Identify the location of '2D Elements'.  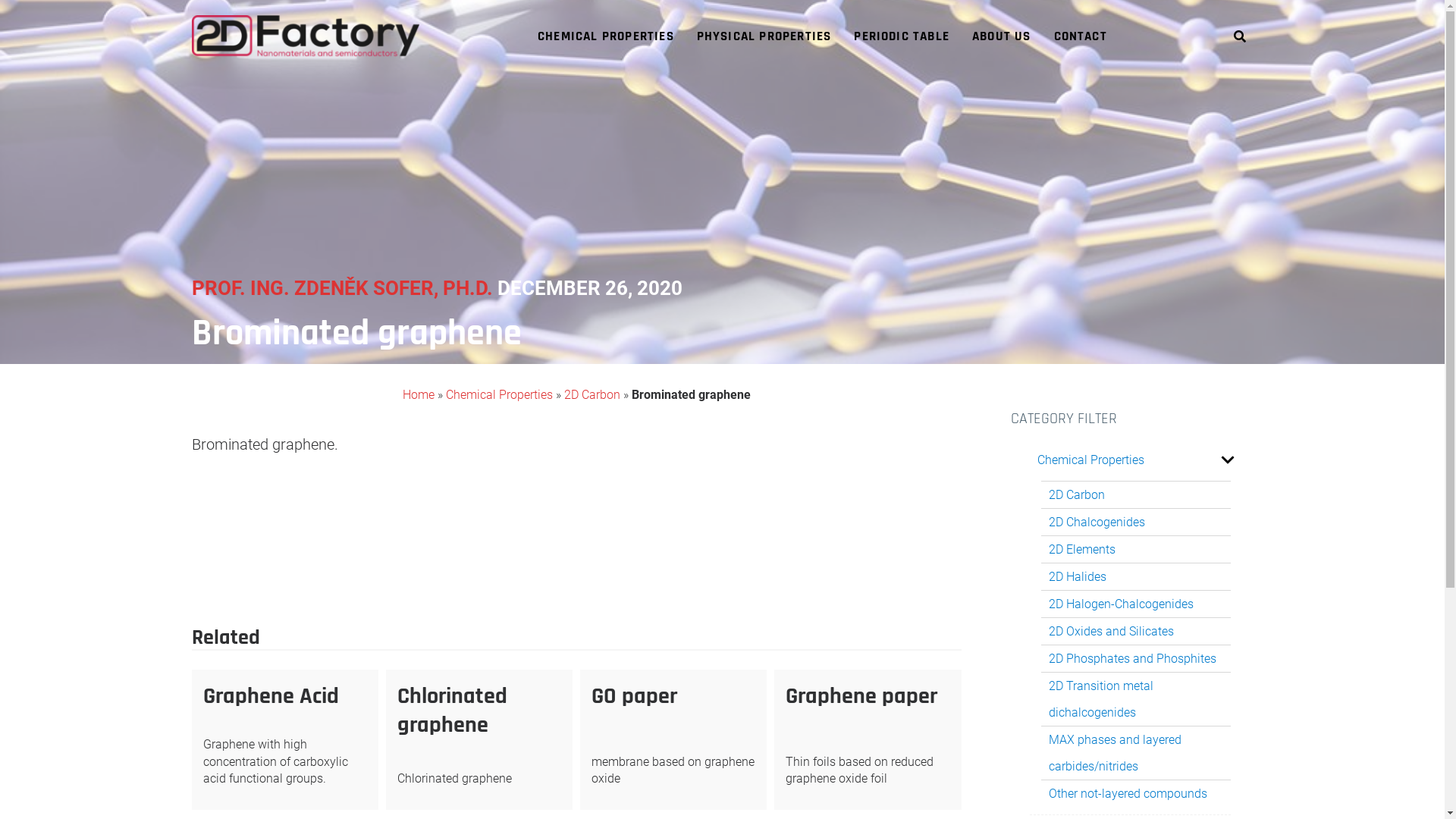
(1080, 549).